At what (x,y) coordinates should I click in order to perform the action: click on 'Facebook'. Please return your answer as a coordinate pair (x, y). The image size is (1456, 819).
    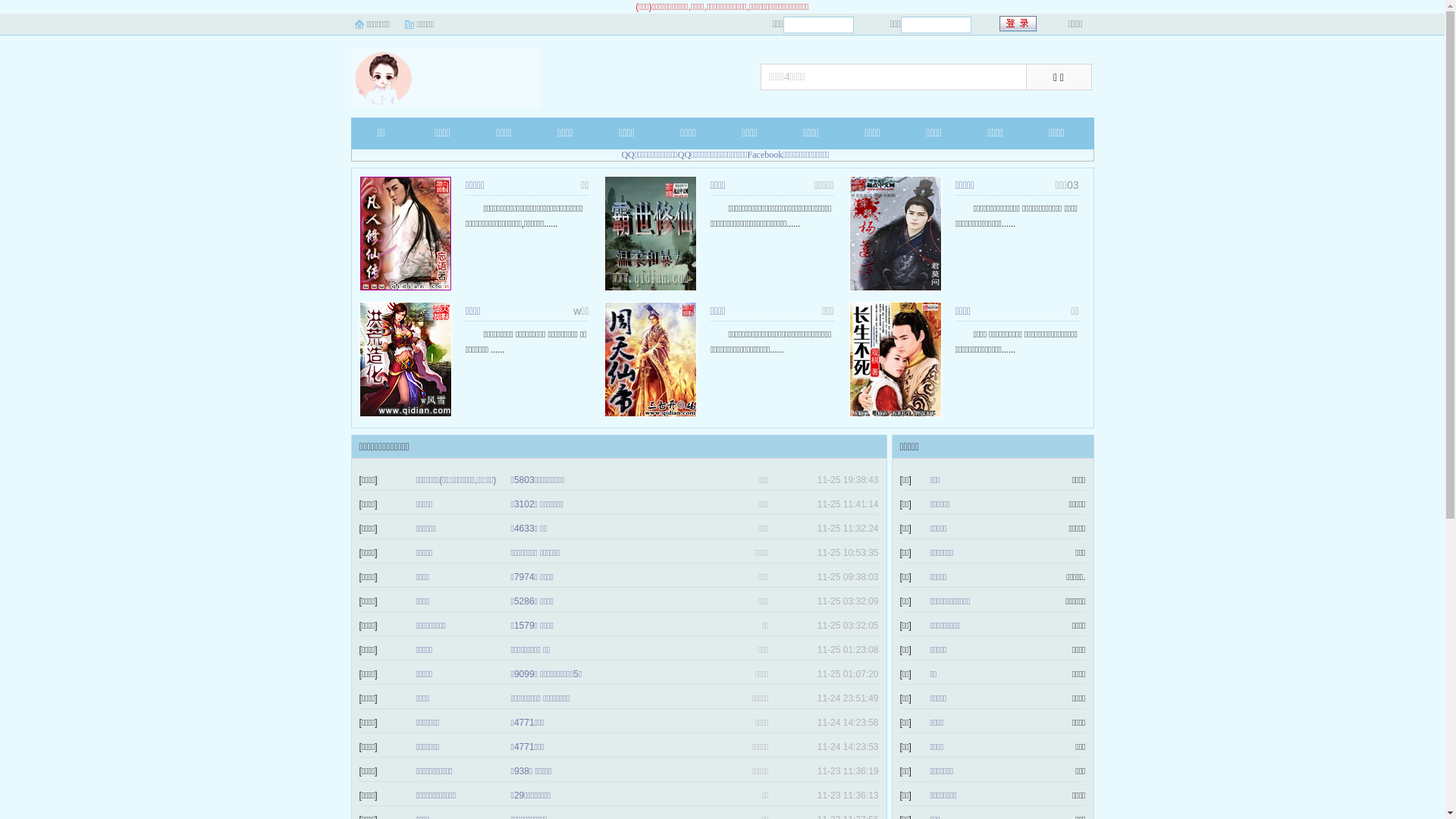
    Looking at the image, I should click on (747, 155).